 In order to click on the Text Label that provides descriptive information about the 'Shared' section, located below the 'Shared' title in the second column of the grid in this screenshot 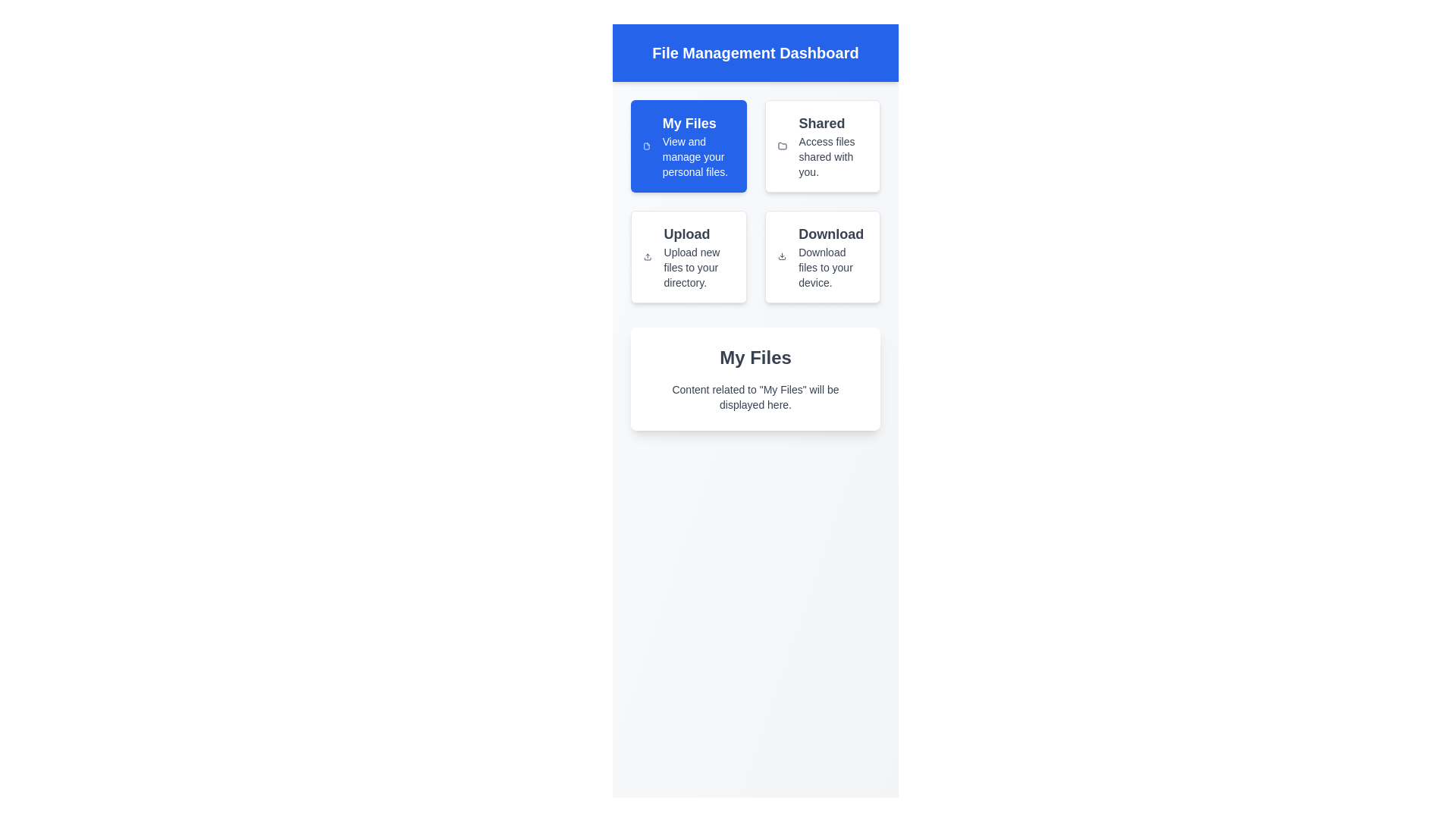, I will do `click(832, 157)`.